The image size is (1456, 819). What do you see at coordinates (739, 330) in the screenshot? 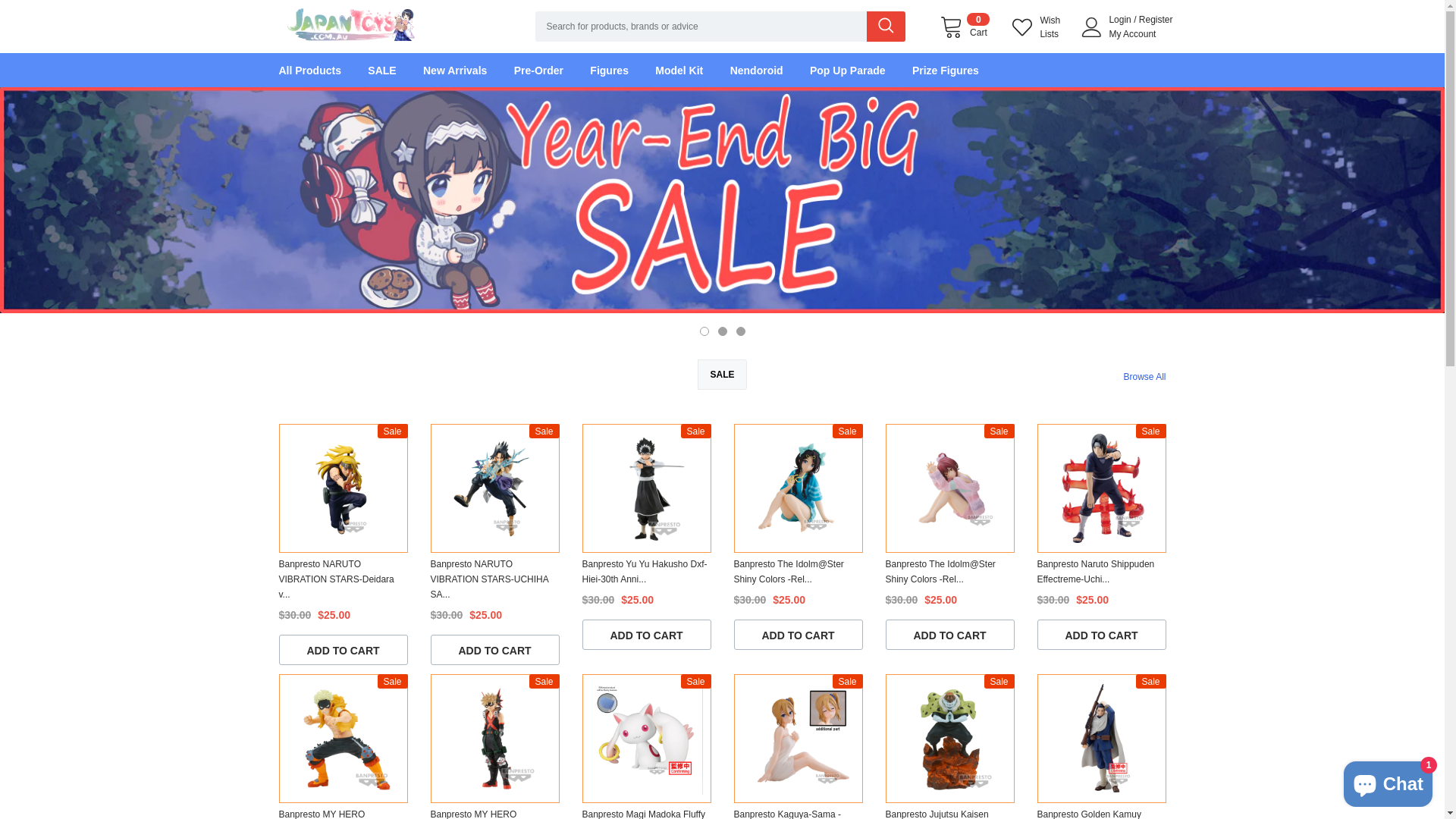
I see `'3'` at bounding box center [739, 330].